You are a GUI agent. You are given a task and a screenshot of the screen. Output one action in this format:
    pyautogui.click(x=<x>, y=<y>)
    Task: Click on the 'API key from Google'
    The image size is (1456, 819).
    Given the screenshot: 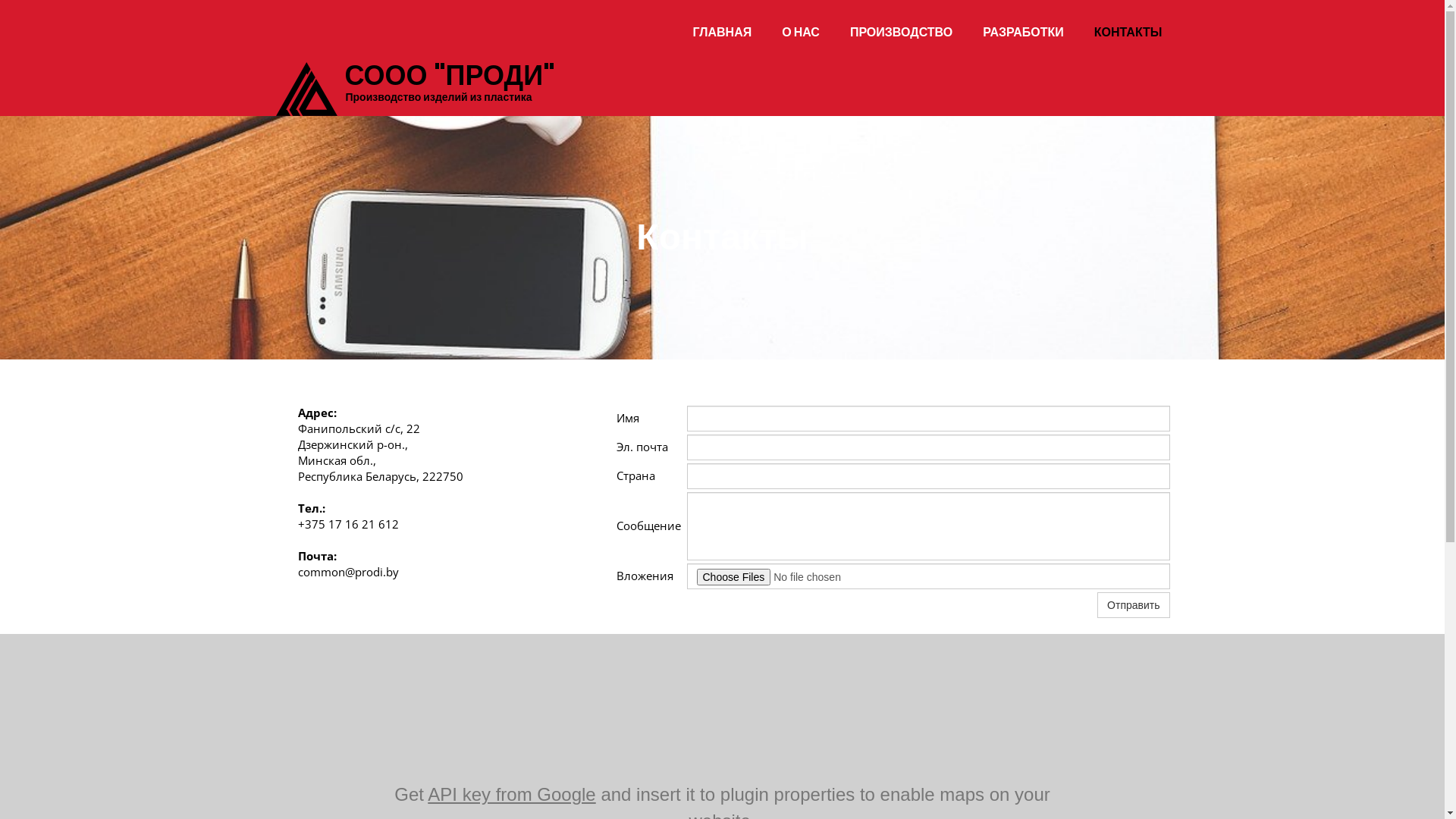 What is the action you would take?
    pyautogui.click(x=511, y=793)
    